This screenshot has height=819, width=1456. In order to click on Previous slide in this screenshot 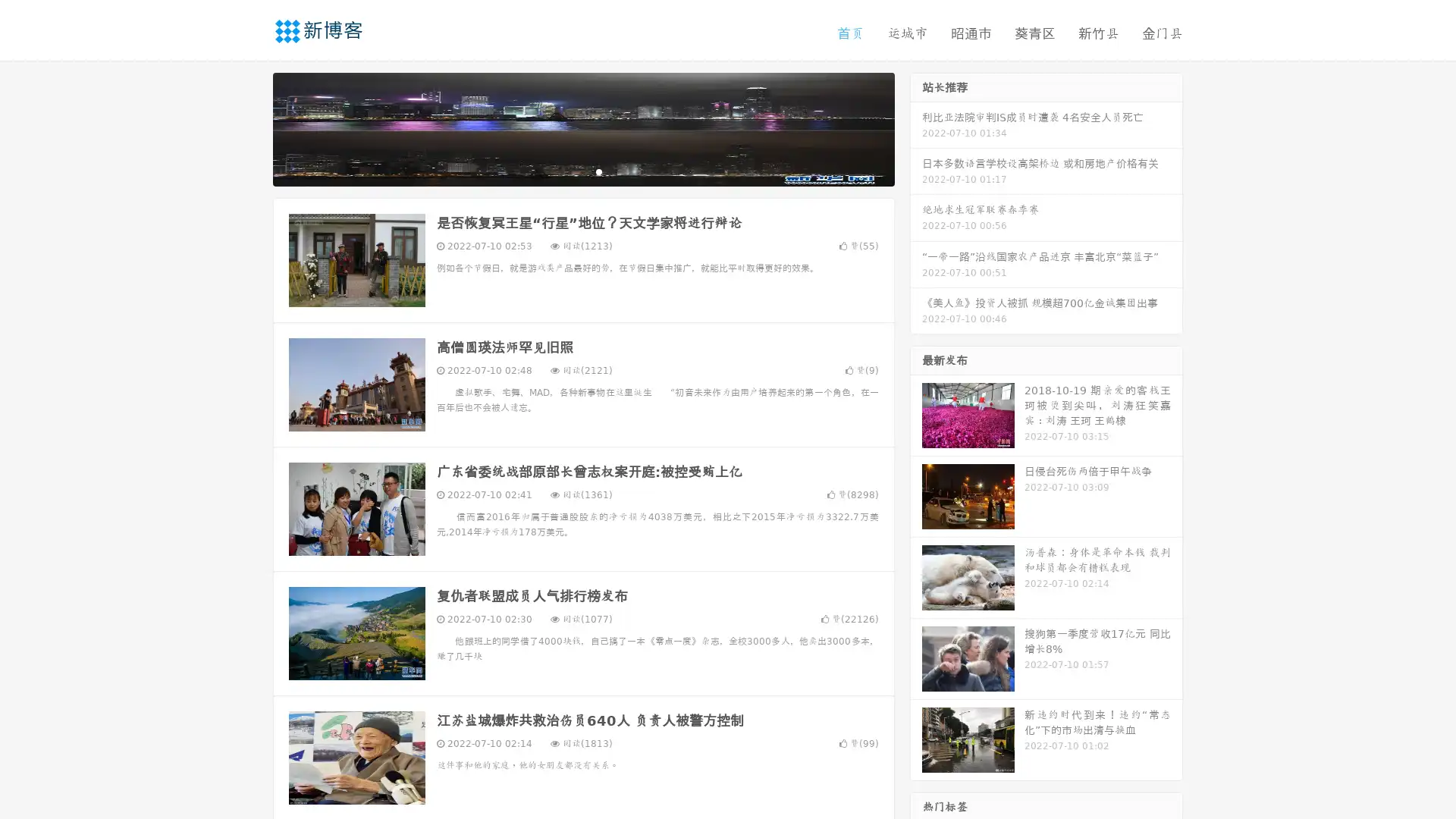, I will do `click(250, 127)`.